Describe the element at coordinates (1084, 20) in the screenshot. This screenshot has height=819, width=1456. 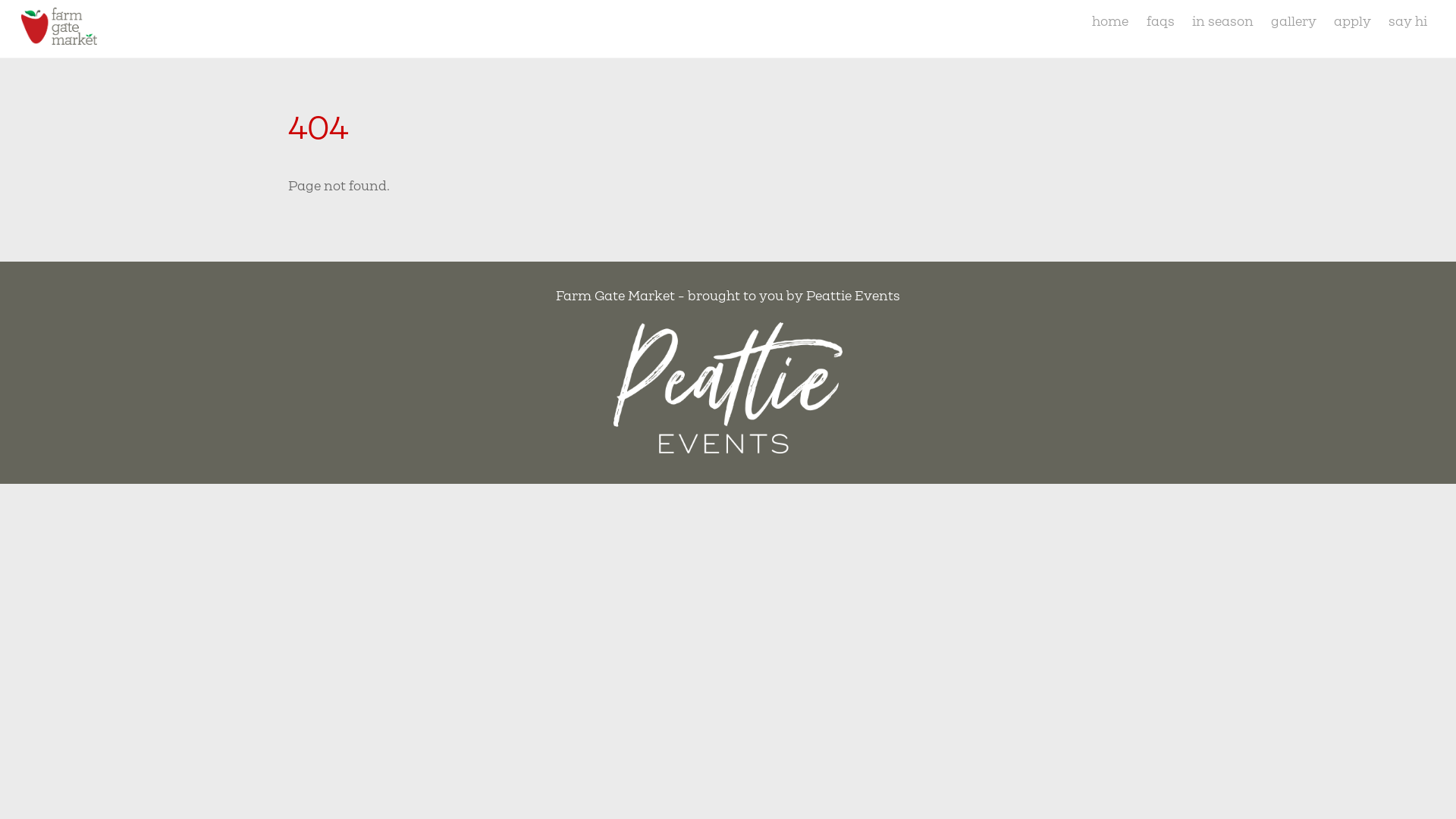
I see `'home'` at that location.